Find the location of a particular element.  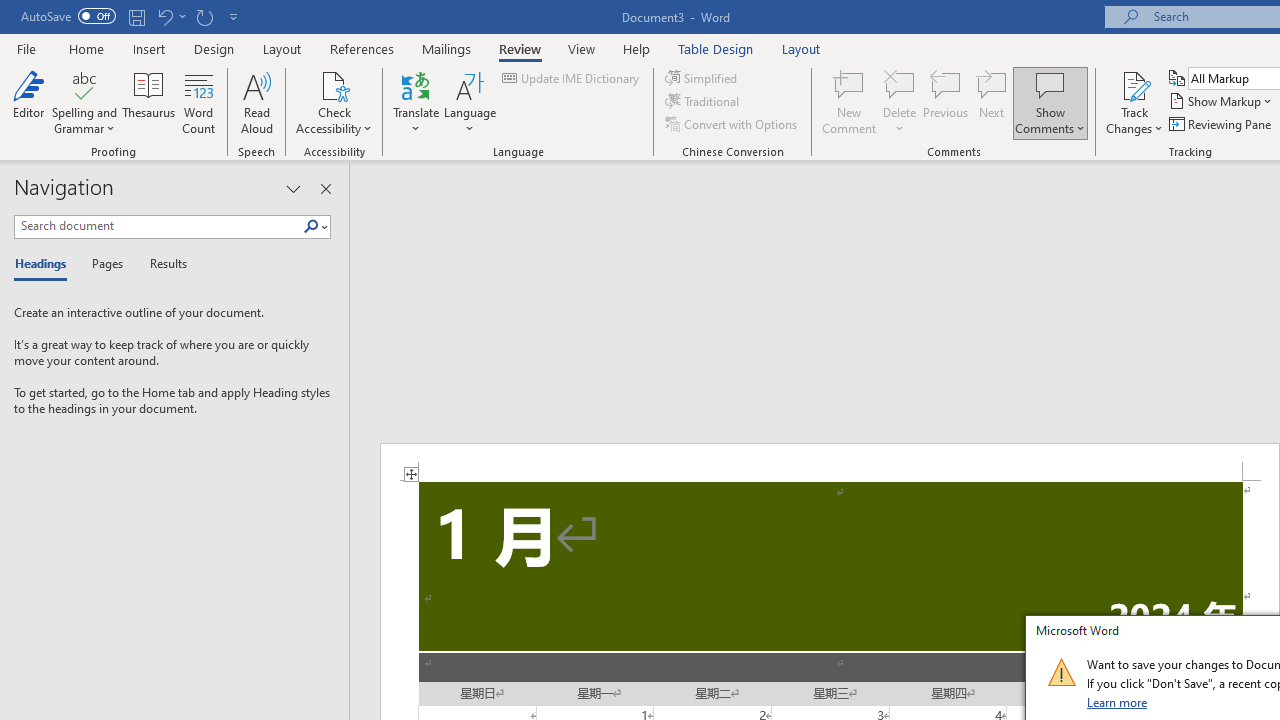

'Convert with Options...' is located at coordinates (731, 124).